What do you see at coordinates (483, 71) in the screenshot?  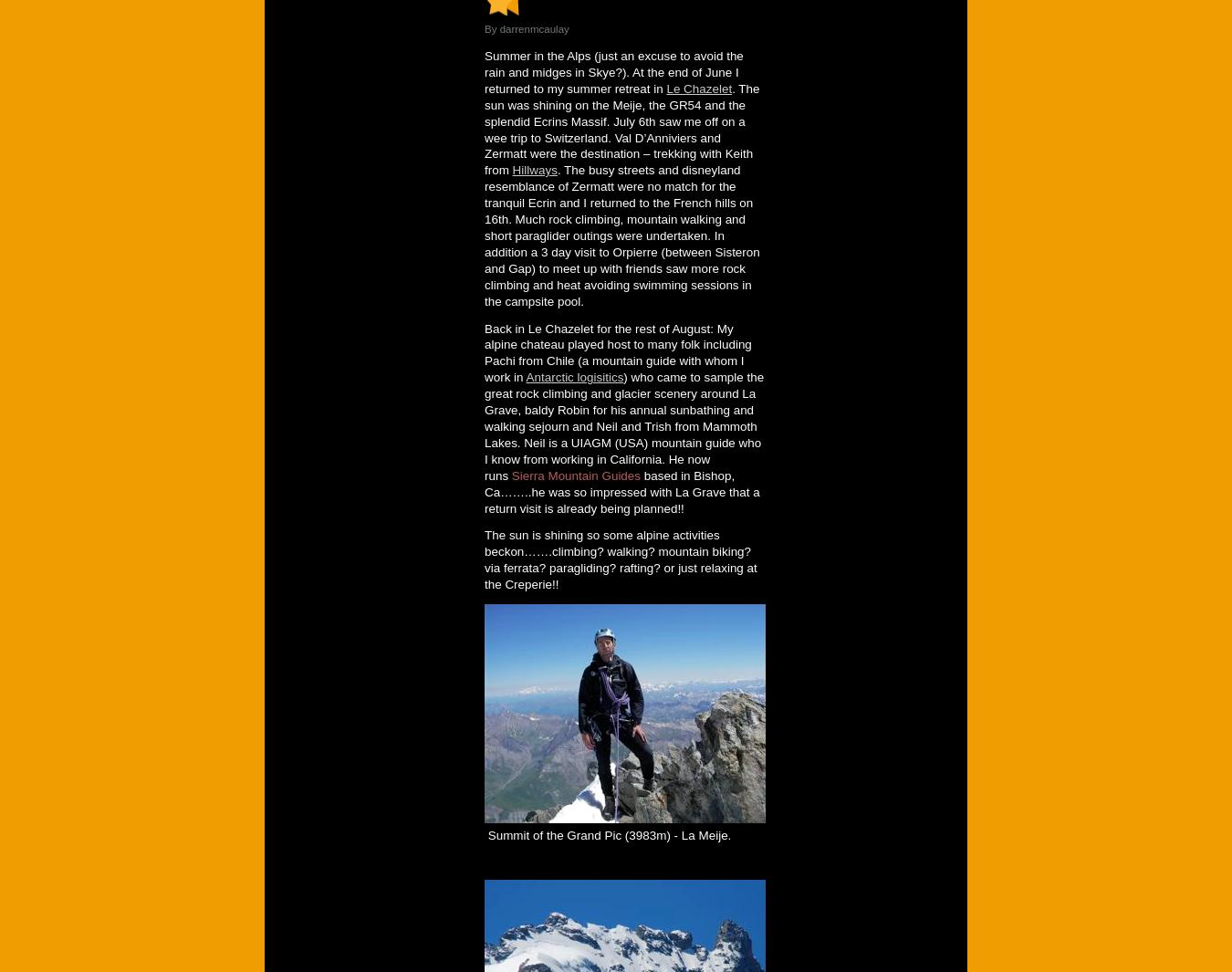 I see `'Summer in the Alps (just an excuse to avoid the rain and midges in Skye?). At the end of June I returned to my summer retreat in'` at bounding box center [483, 71].